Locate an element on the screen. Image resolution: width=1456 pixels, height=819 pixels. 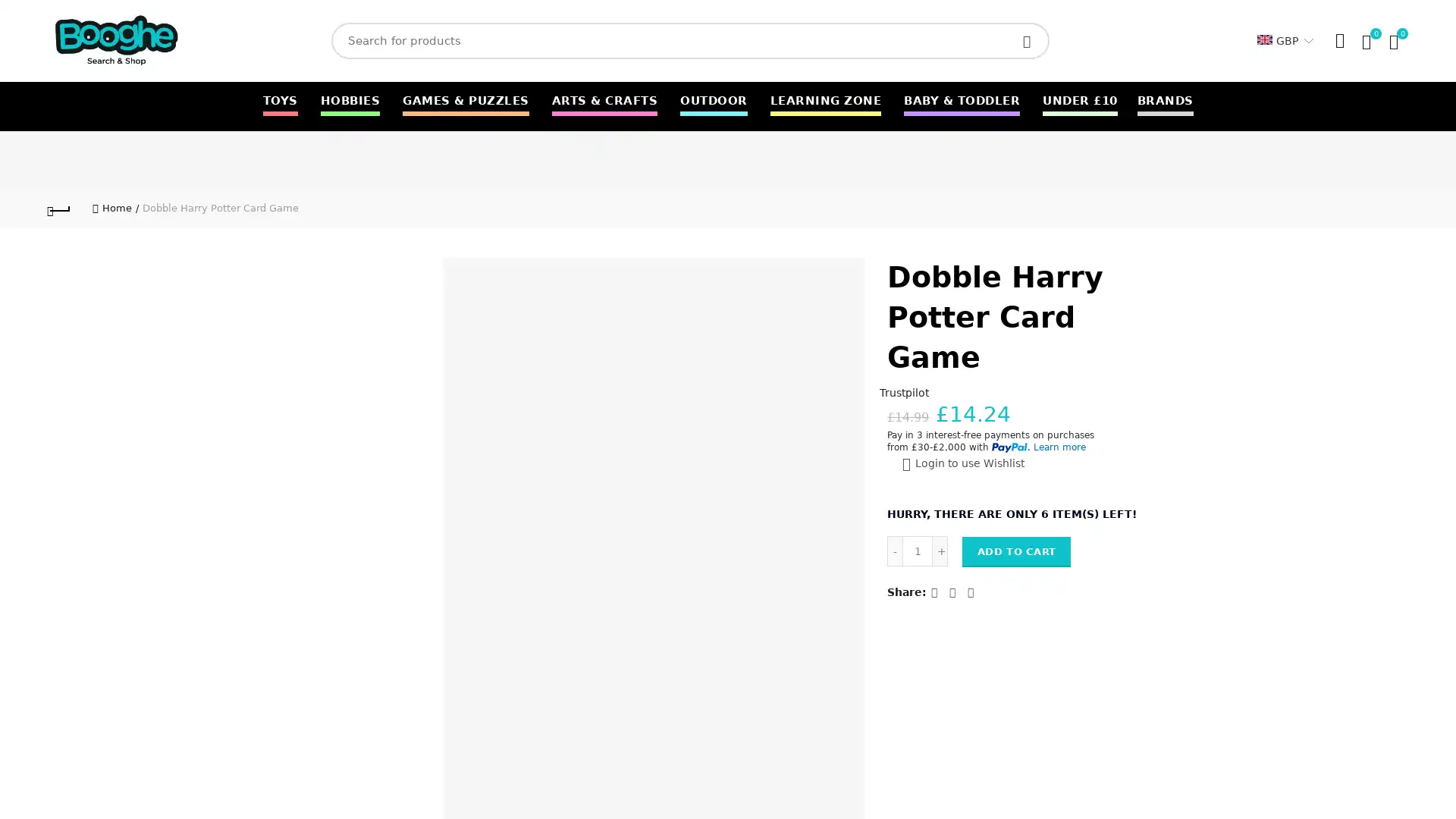
SEARCH is located at coordinates (1030, 40).